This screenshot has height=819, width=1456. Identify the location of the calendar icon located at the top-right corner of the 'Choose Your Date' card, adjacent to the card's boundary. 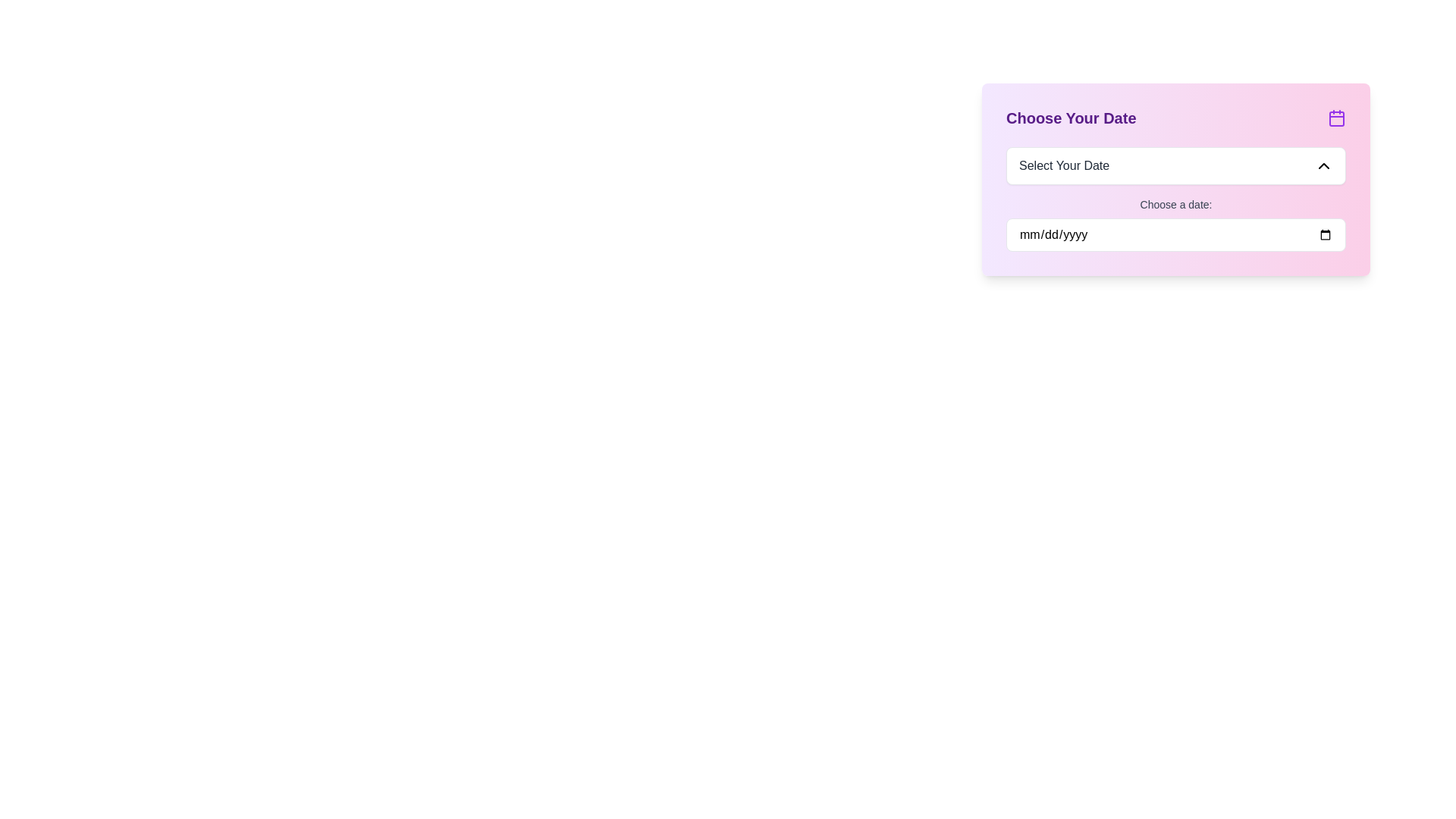
(1336, 117).